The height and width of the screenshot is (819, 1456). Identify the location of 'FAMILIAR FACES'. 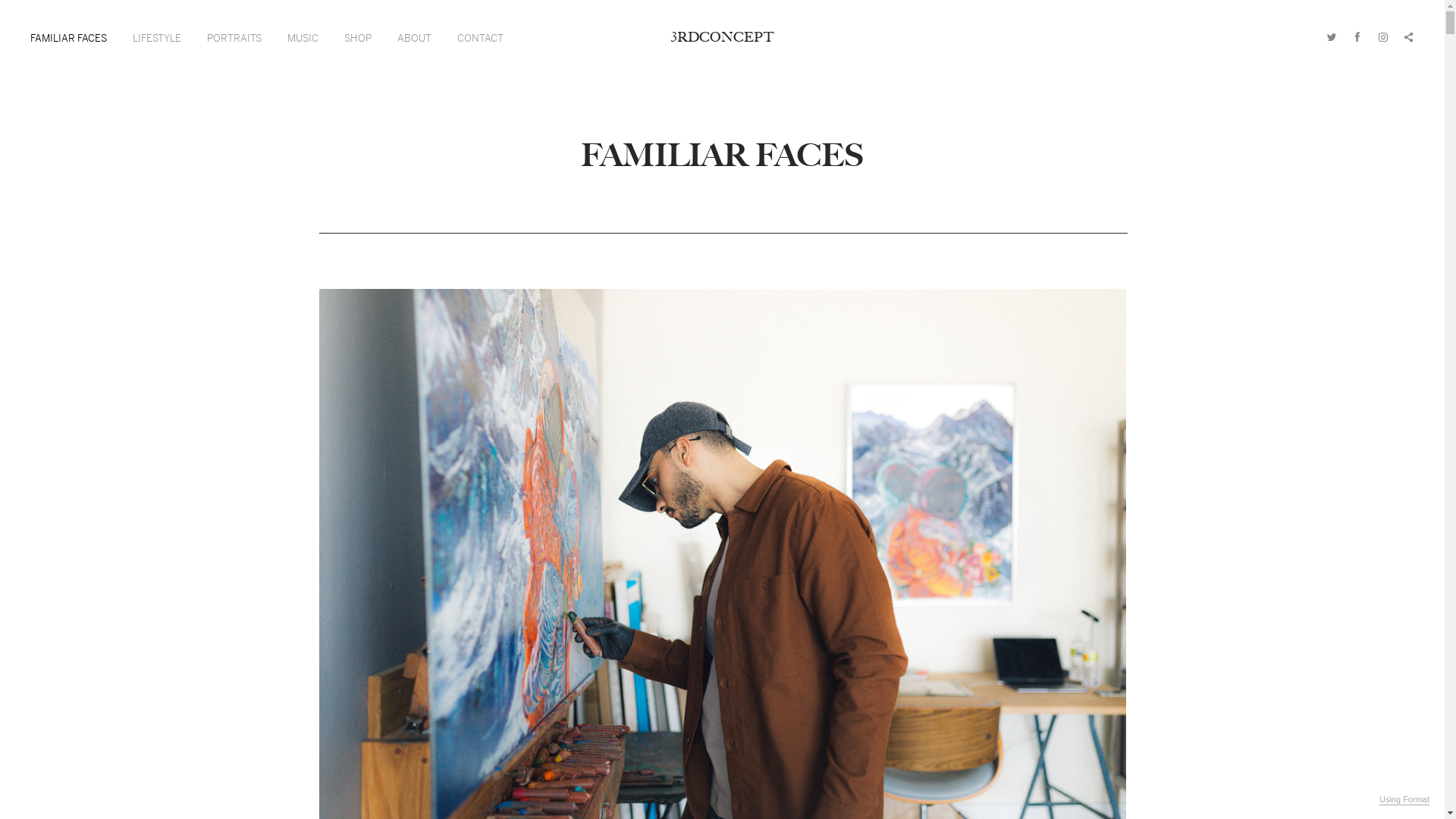
(67, 37).